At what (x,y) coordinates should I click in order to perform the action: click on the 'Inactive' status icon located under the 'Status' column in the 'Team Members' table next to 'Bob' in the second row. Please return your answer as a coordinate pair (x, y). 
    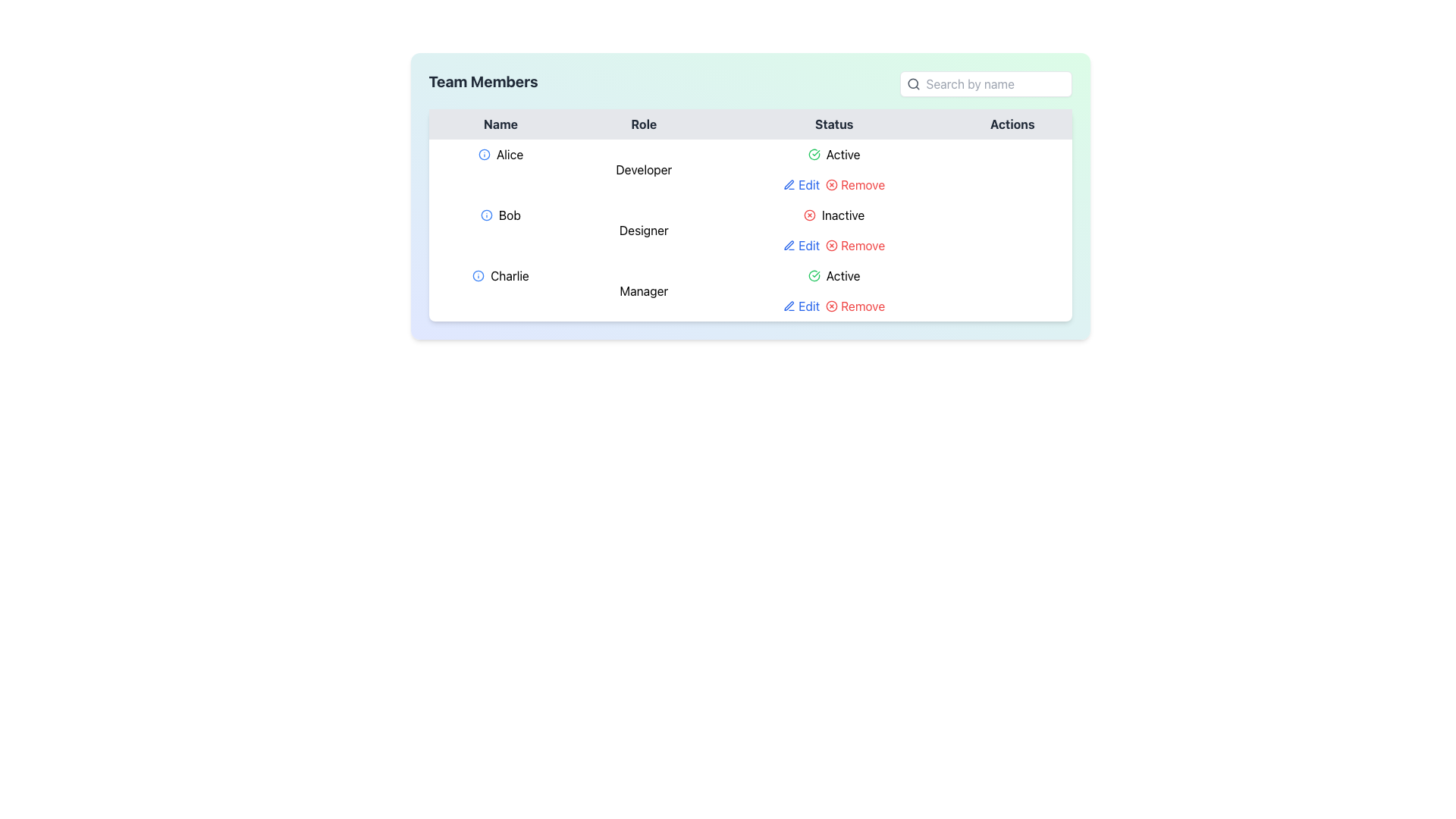
    Looking at the image, I should click on (809, 215).